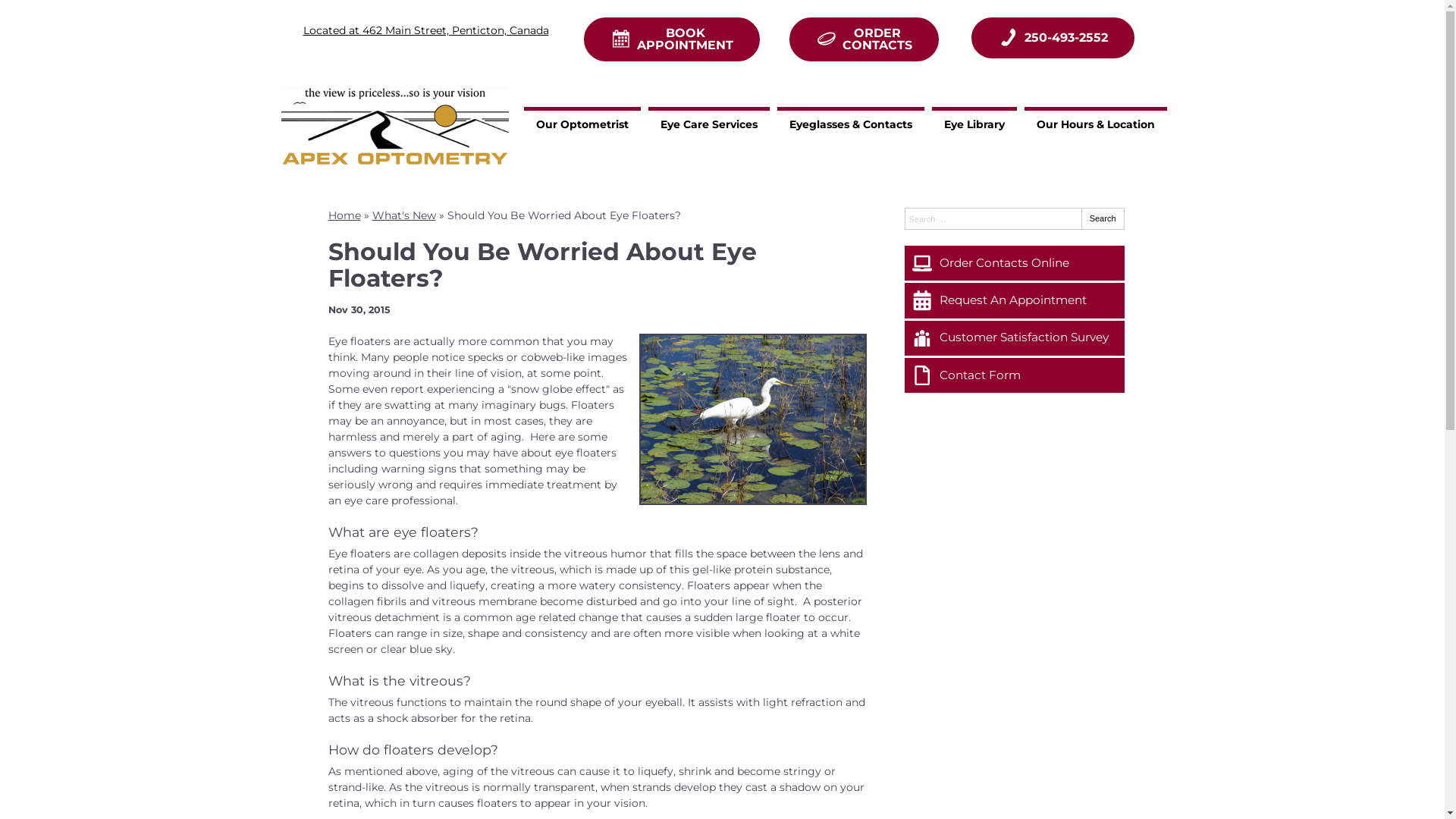  I want to click on 'Home', so click(343, 215).